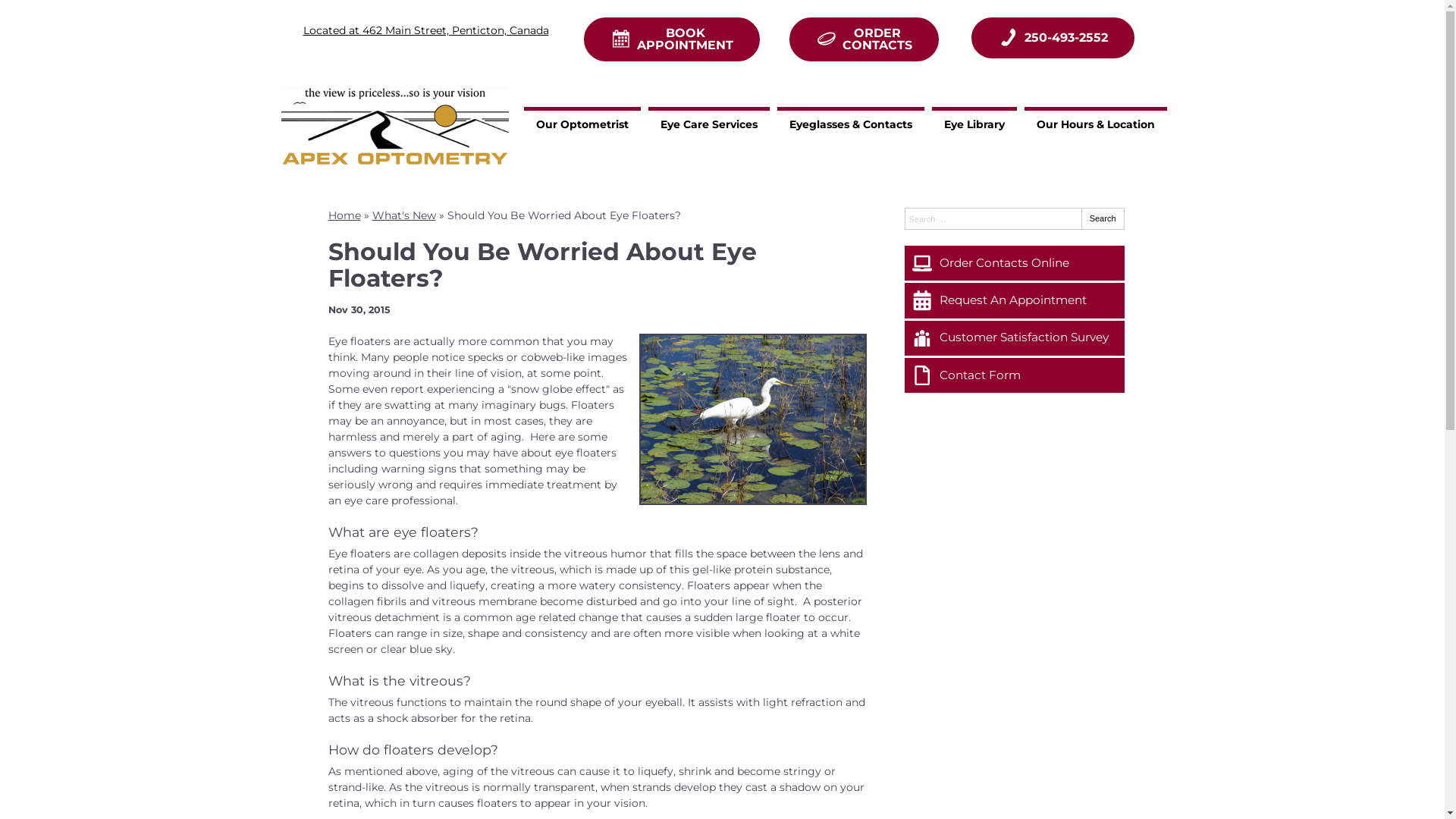  I want to click on 'Home', so click(343, 215).